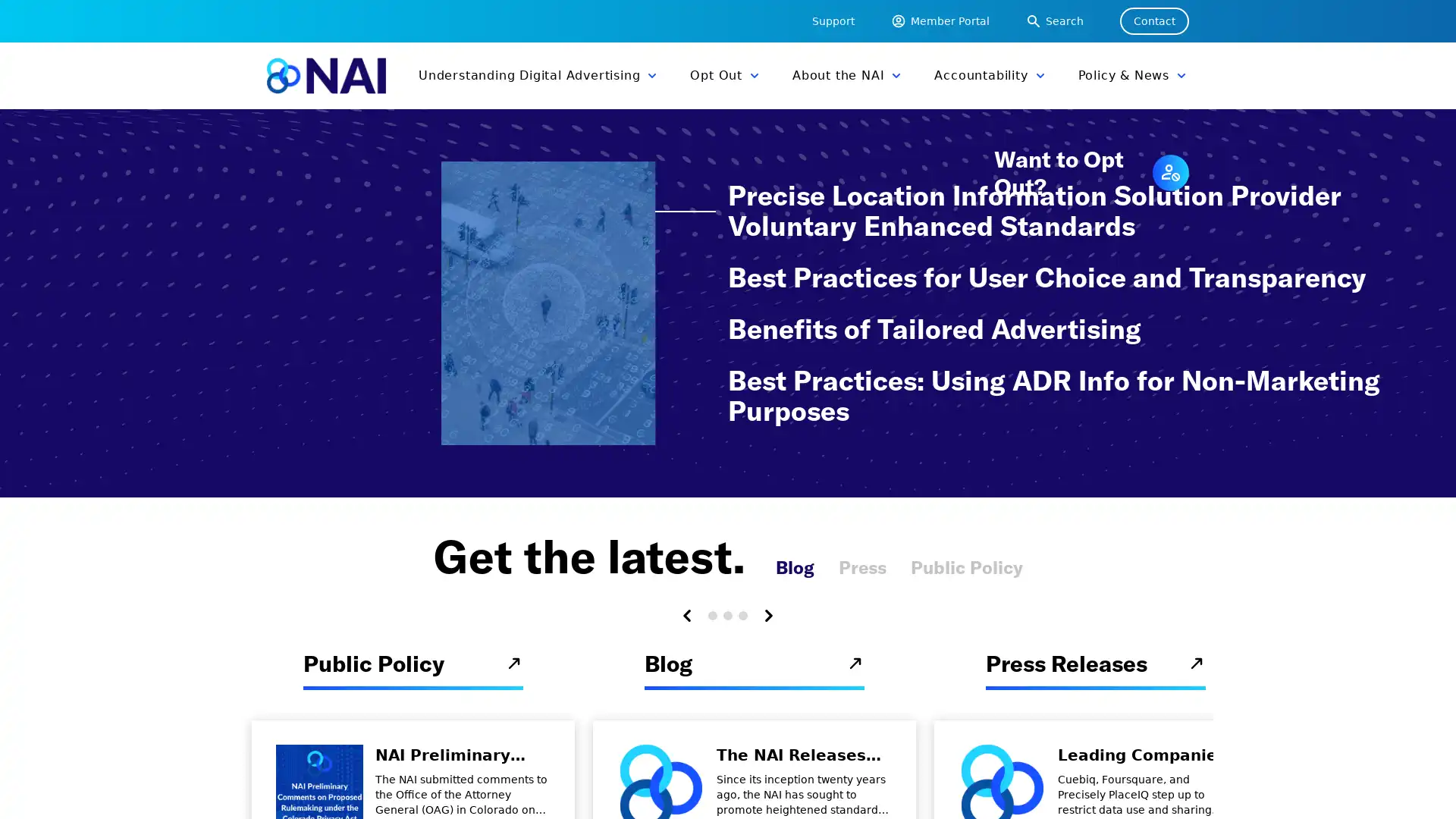  I want to click on Carousel Page 3, so click(742, 616).